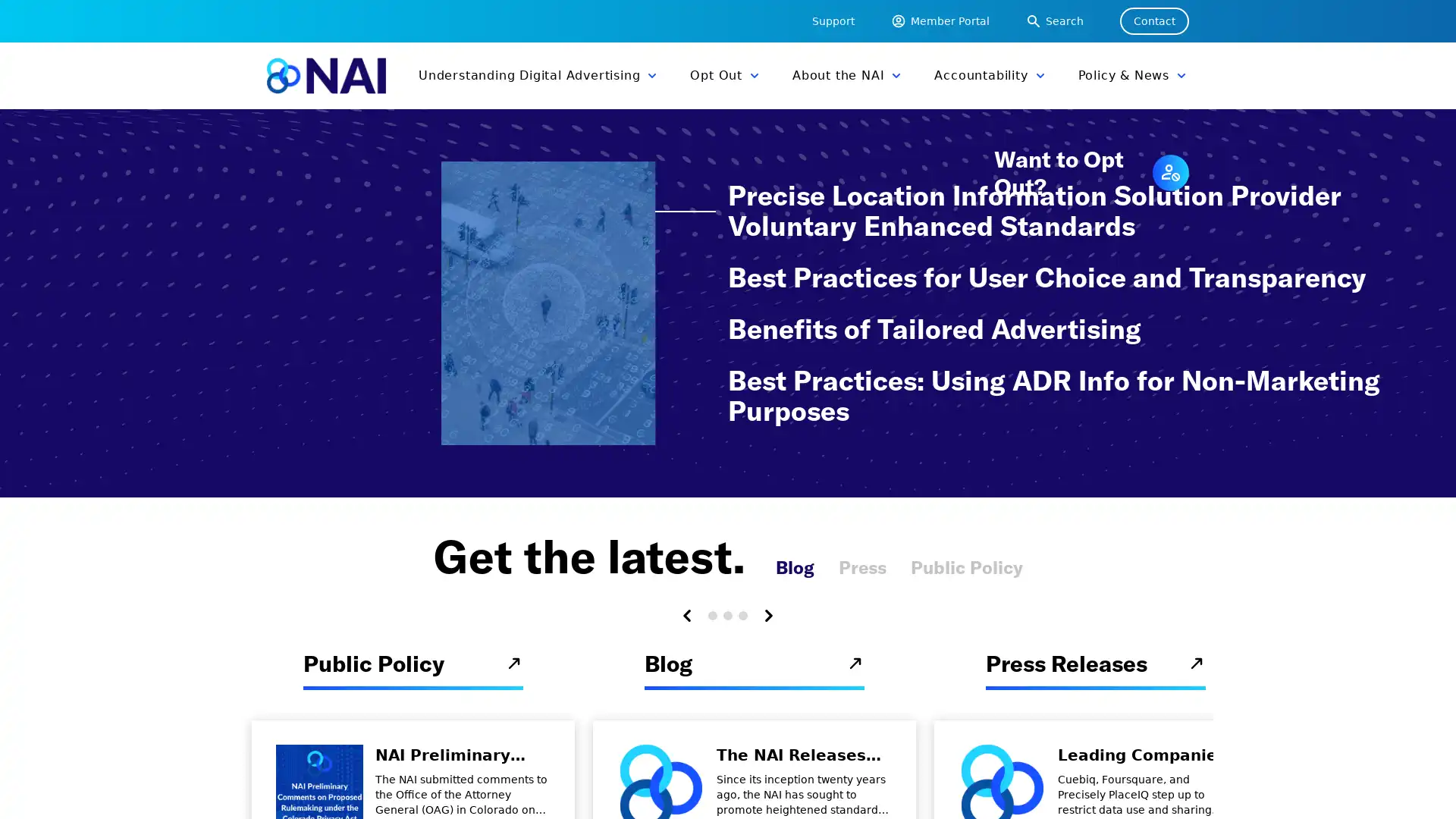  I want to click on Carousel Page 3, so click(742, 616).